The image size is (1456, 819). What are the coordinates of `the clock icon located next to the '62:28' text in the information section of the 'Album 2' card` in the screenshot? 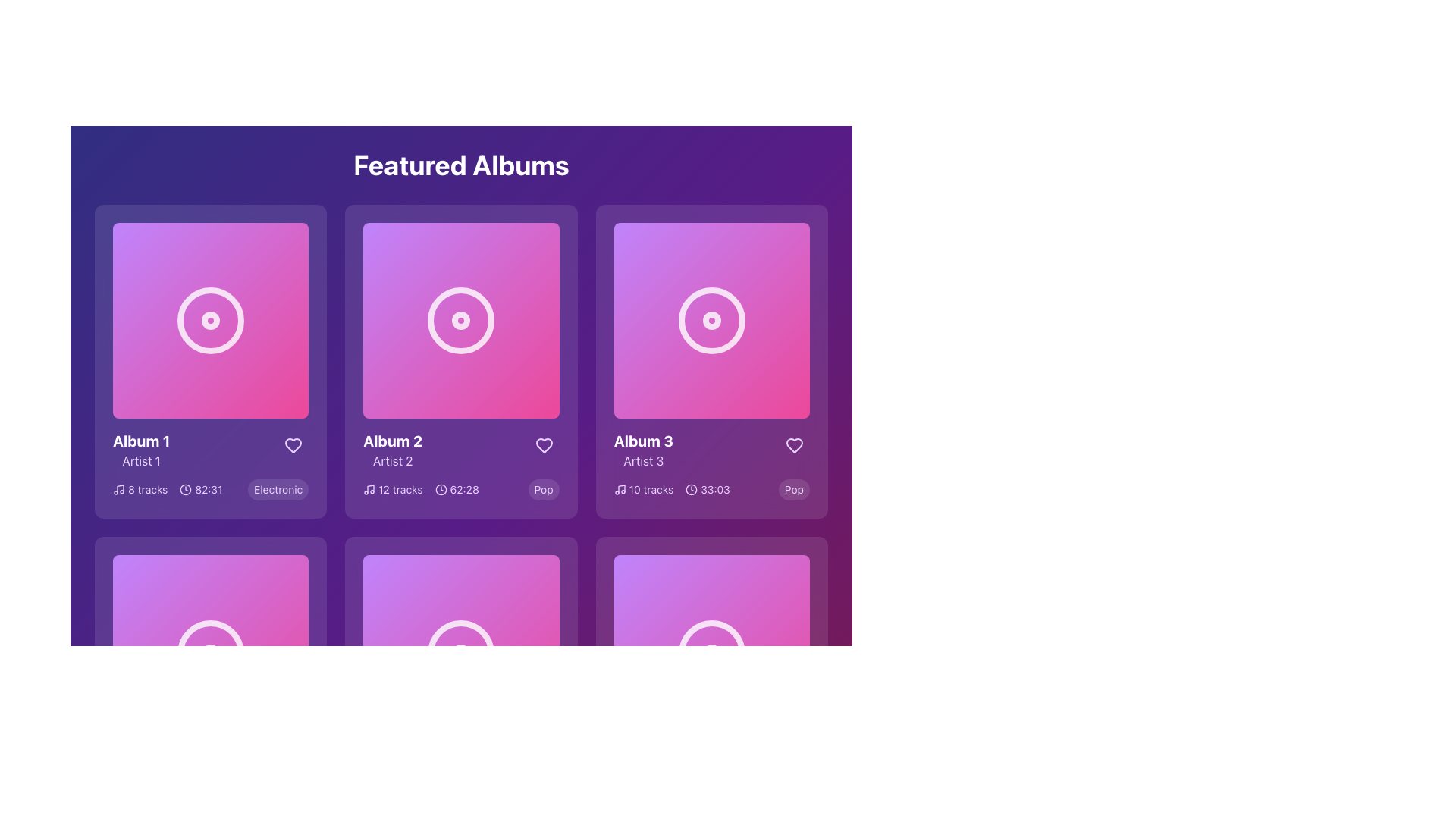 It's located at (440, 490).